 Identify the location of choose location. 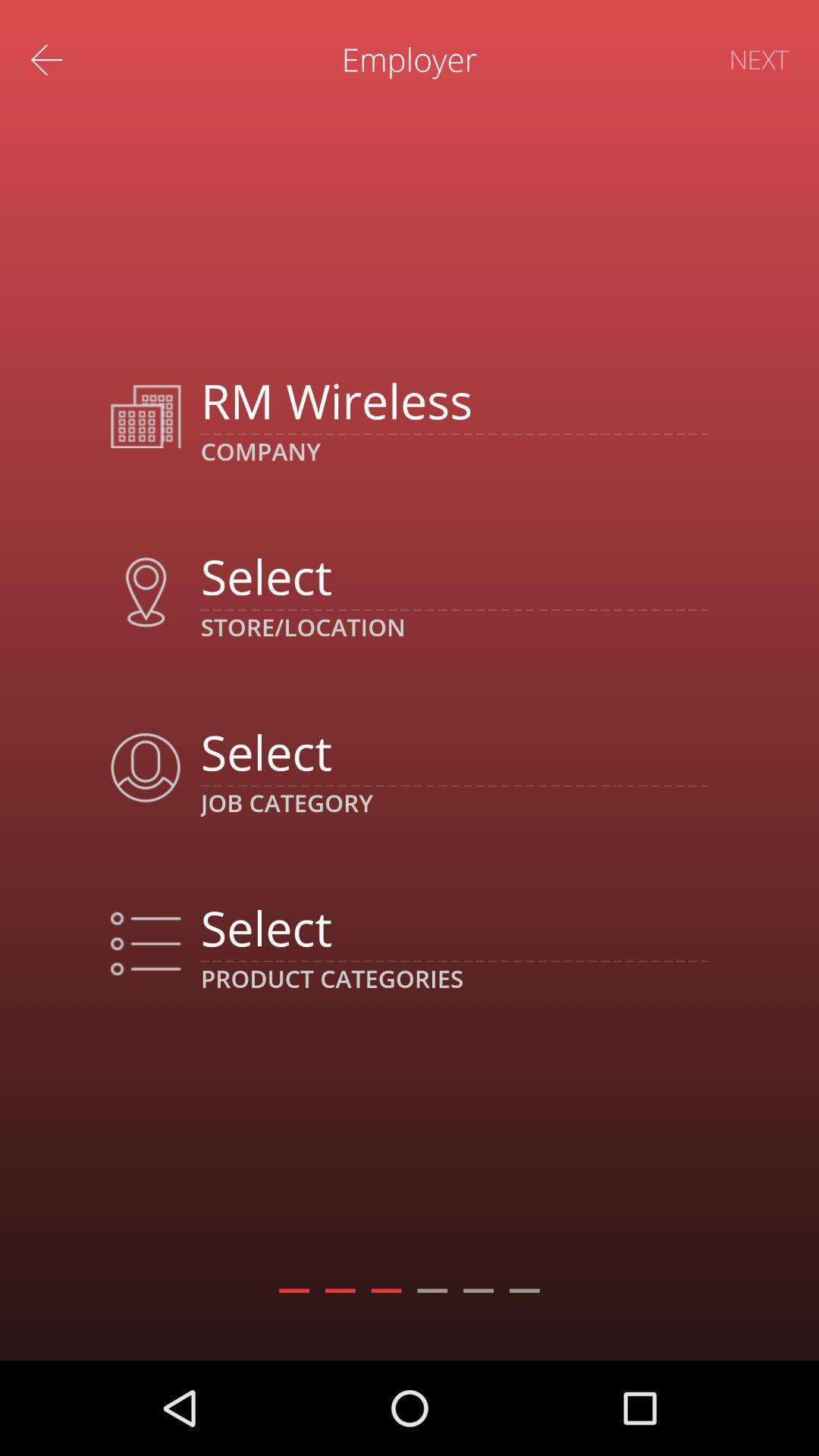
(453, 575).